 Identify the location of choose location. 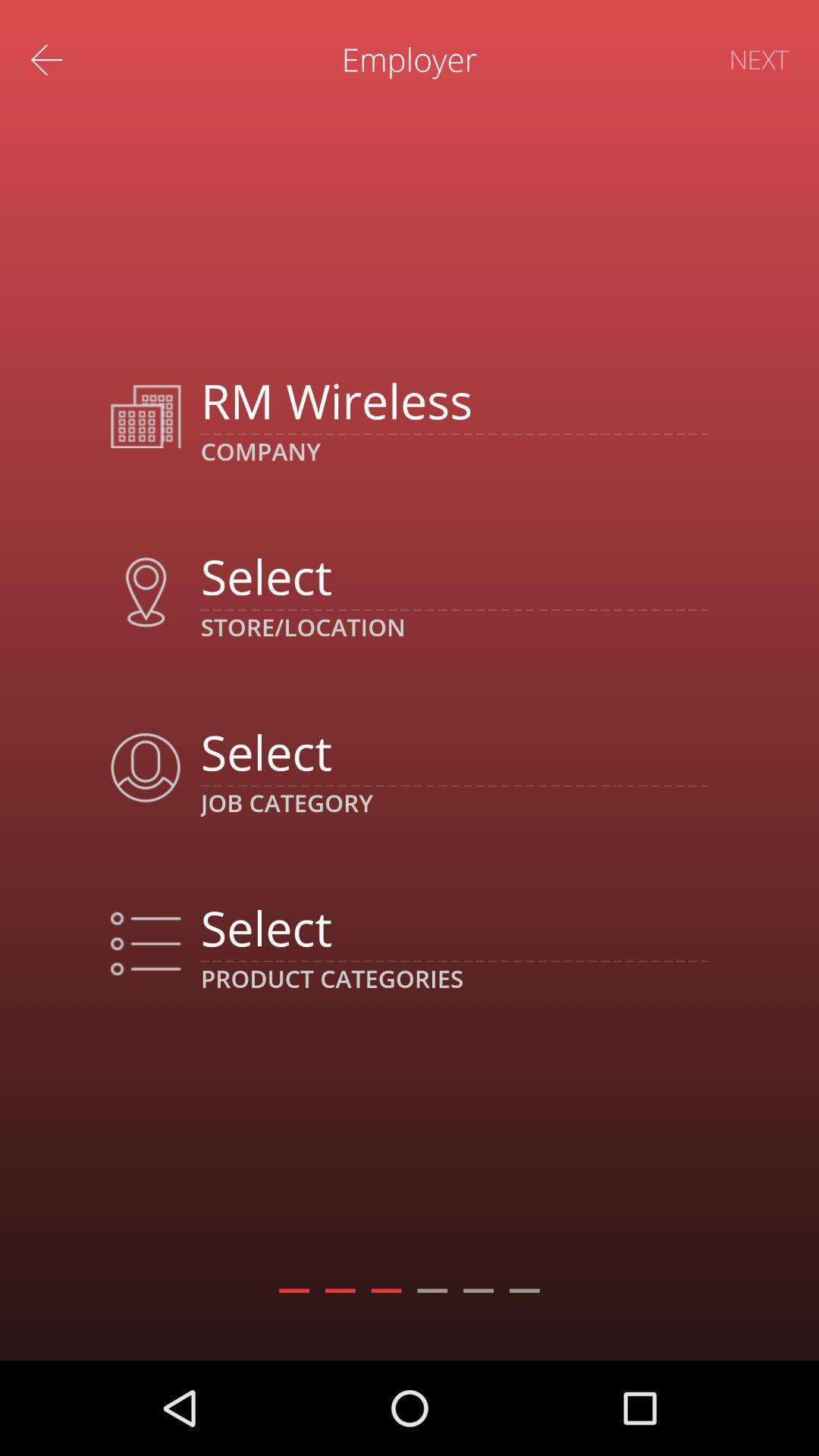
(453, 575).